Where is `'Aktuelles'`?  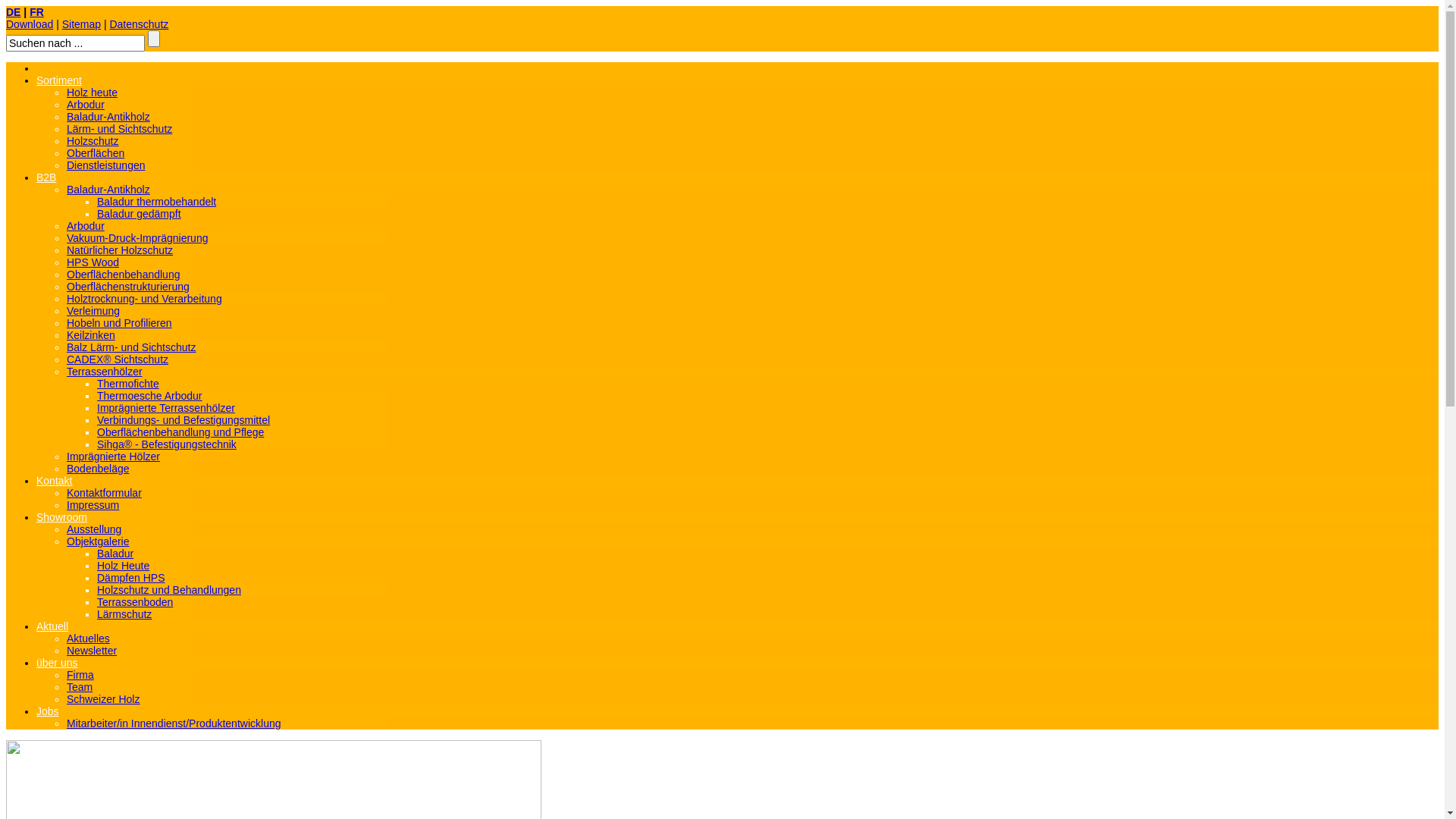 'Aktuelles' is located at coordinates (65, 638).